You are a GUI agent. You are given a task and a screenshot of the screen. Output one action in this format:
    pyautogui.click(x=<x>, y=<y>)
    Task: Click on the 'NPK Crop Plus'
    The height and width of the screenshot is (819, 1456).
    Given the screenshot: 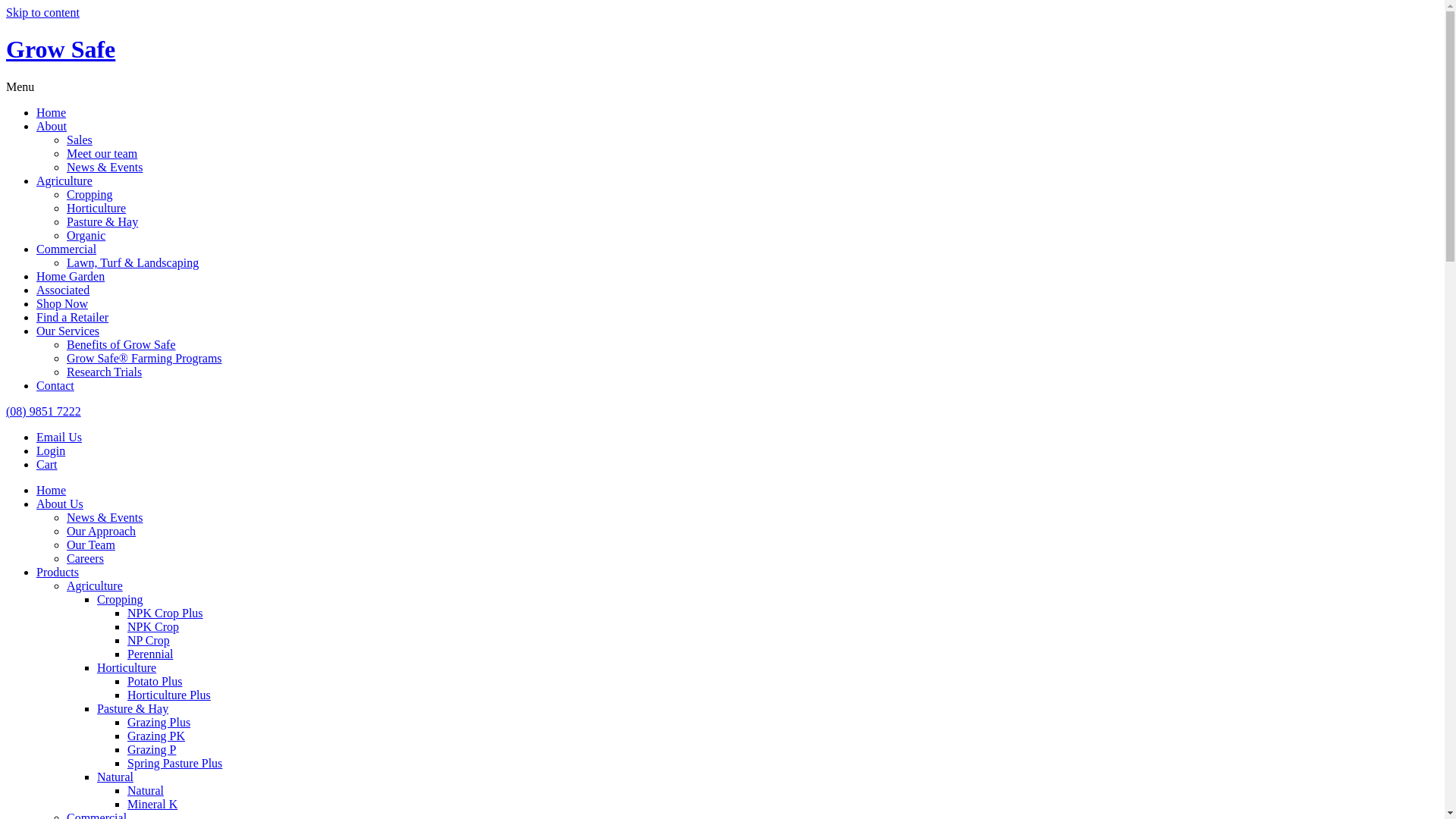 What is the action you would take?
    pyautogui.click(x=127, y=612)
    